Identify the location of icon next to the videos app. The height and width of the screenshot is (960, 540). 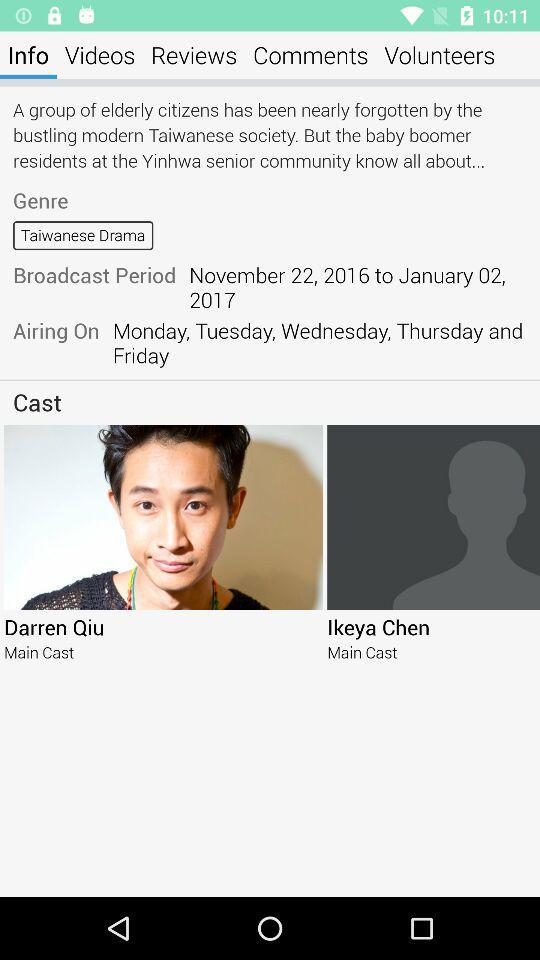
(27, 54).